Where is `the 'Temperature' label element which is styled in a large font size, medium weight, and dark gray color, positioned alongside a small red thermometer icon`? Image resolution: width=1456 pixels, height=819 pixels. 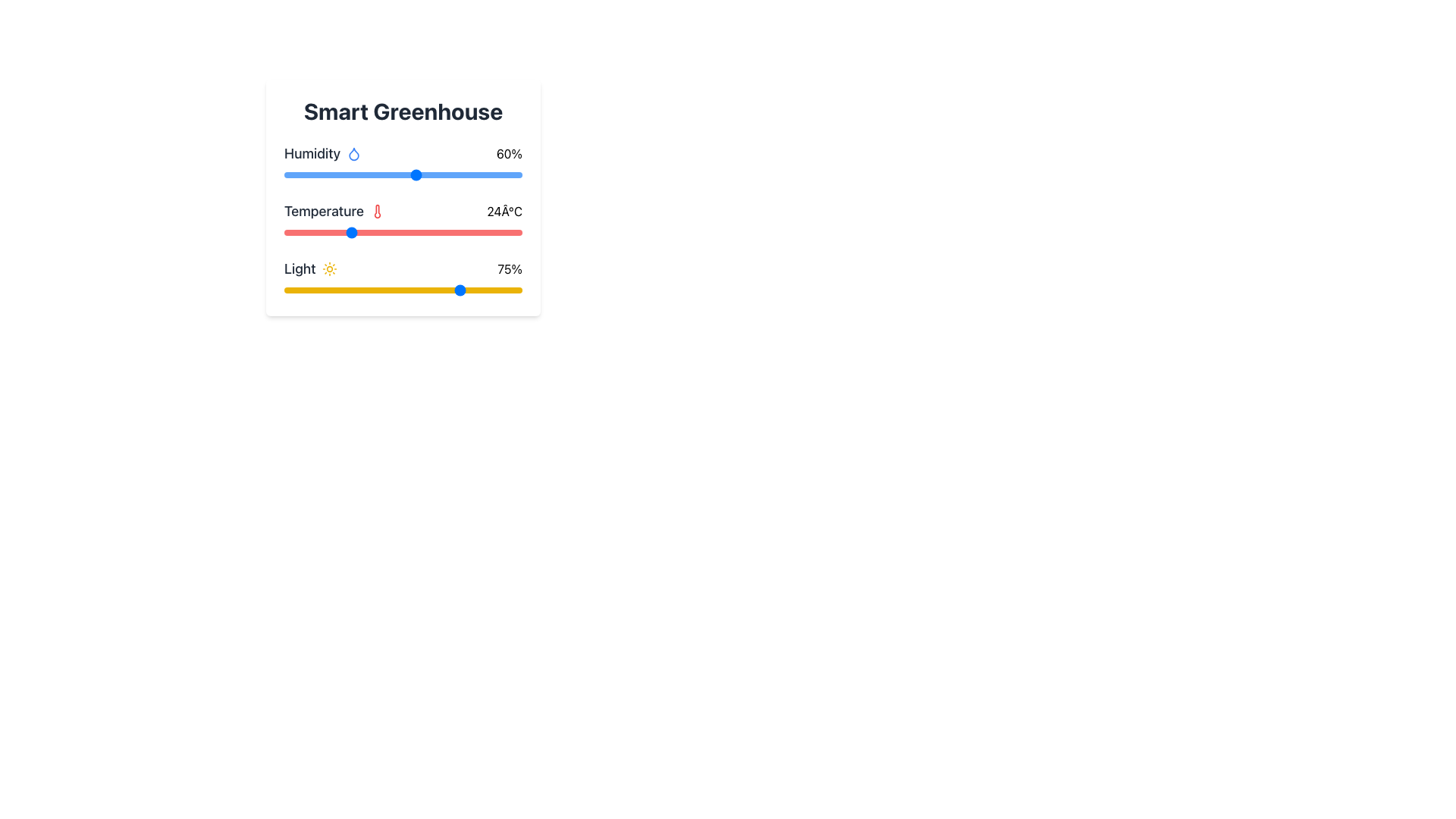 the 'Temperature' label element which is styled in a large font size, medium weight, and dark gray color, positioned alongside a small red thermometer icon is located at coordinates (334, 211).